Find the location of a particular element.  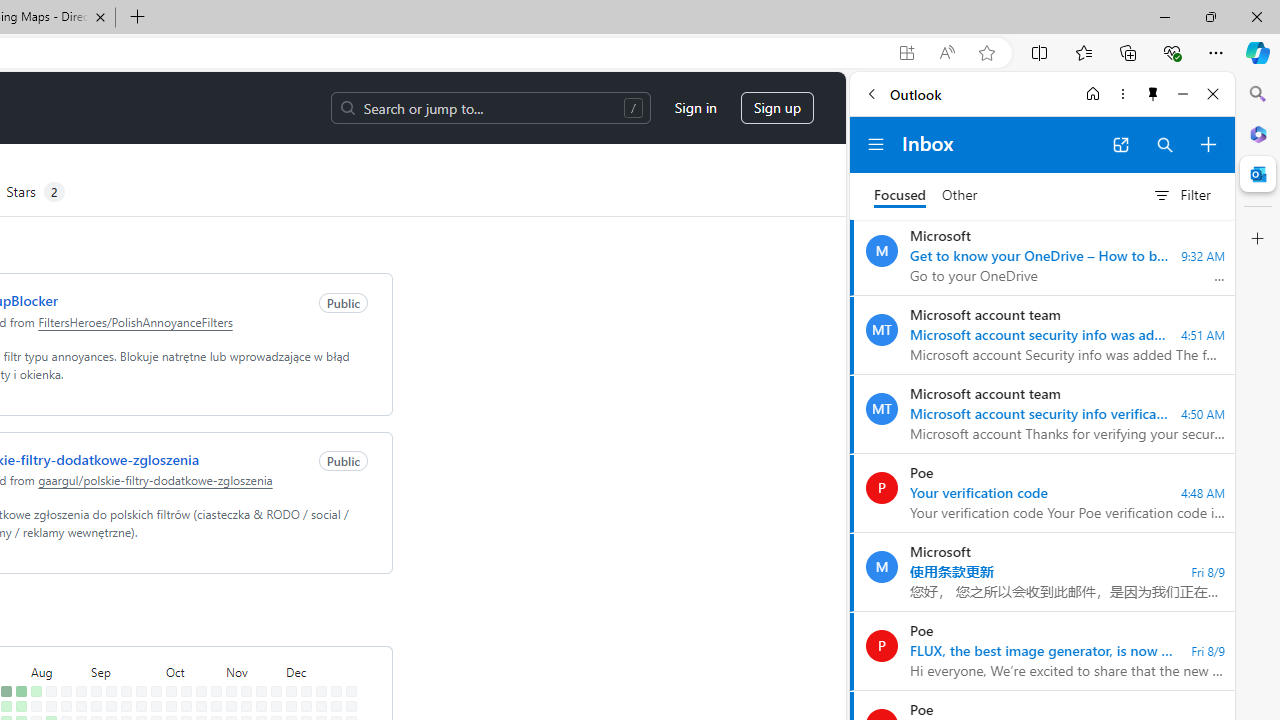

'Folder navigation' is located at coordinates (876, 144).